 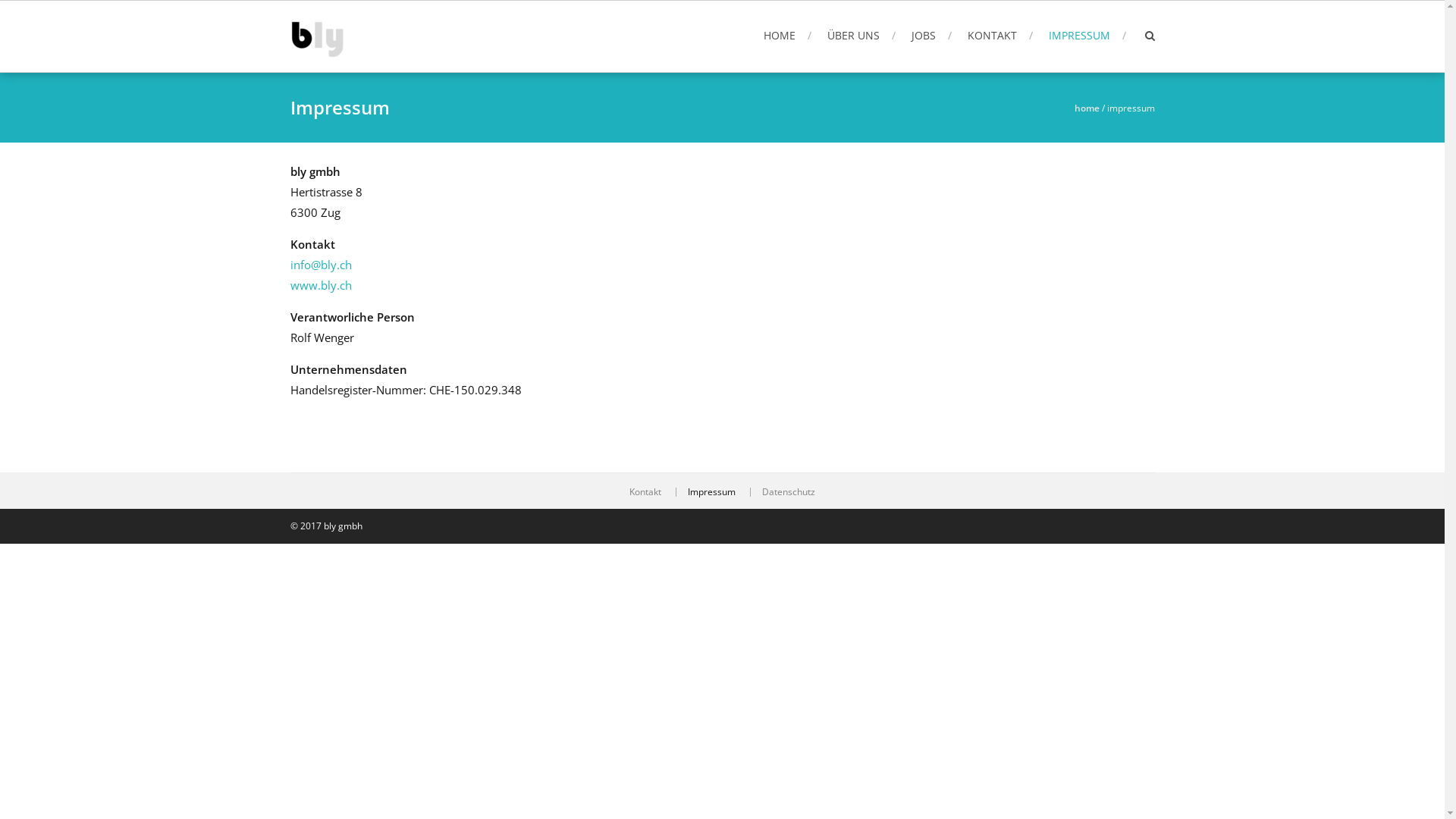 What do you see at coordinates (930, 34) in the screenshot?
I see `'JOBS'` at bounding box center [930, 34].